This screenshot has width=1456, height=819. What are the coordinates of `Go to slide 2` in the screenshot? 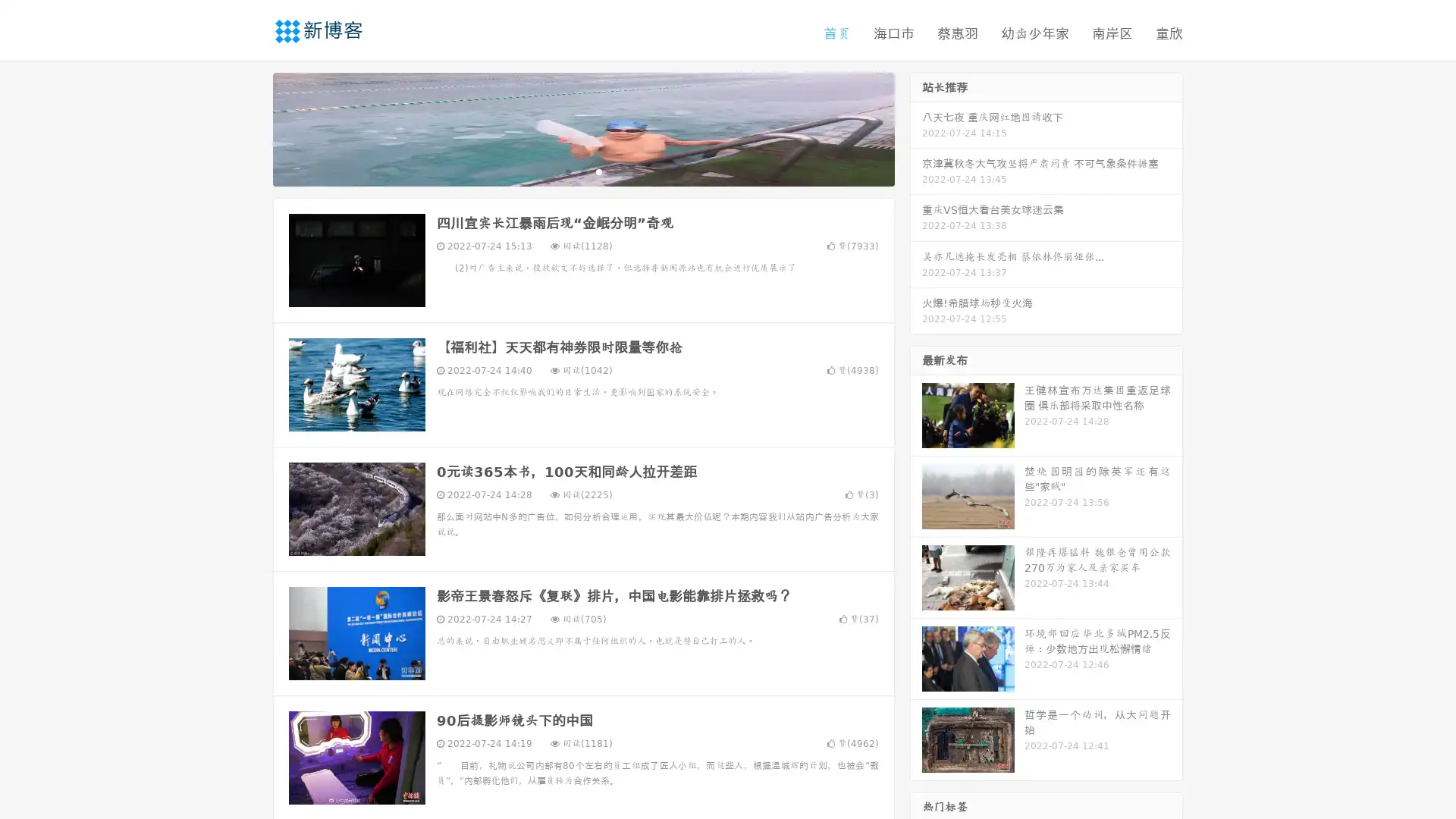 It's located at (582, 171).